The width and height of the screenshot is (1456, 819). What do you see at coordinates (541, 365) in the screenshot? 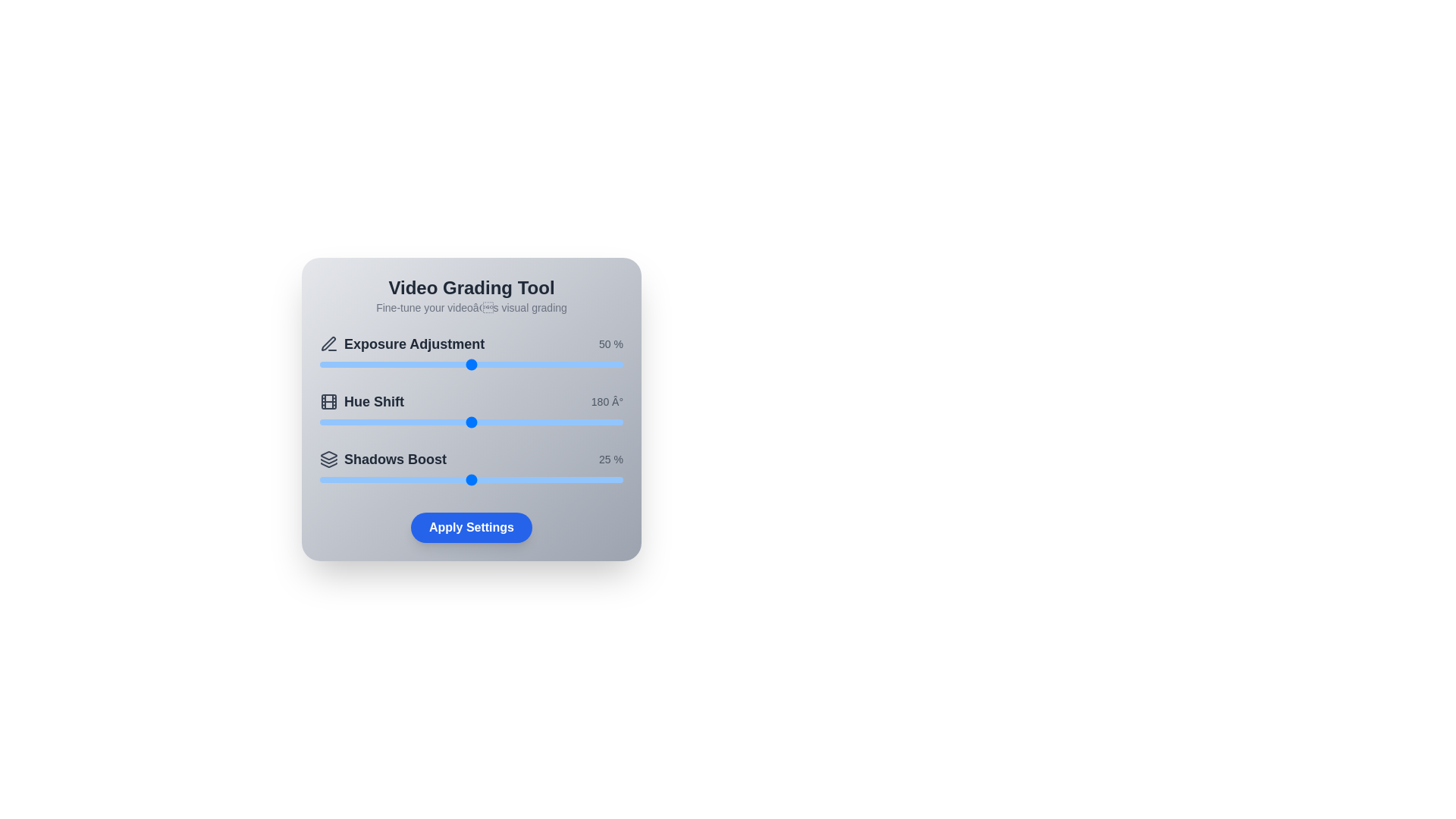
I see `the exposure adjustment` at bounding box center [541, 365].